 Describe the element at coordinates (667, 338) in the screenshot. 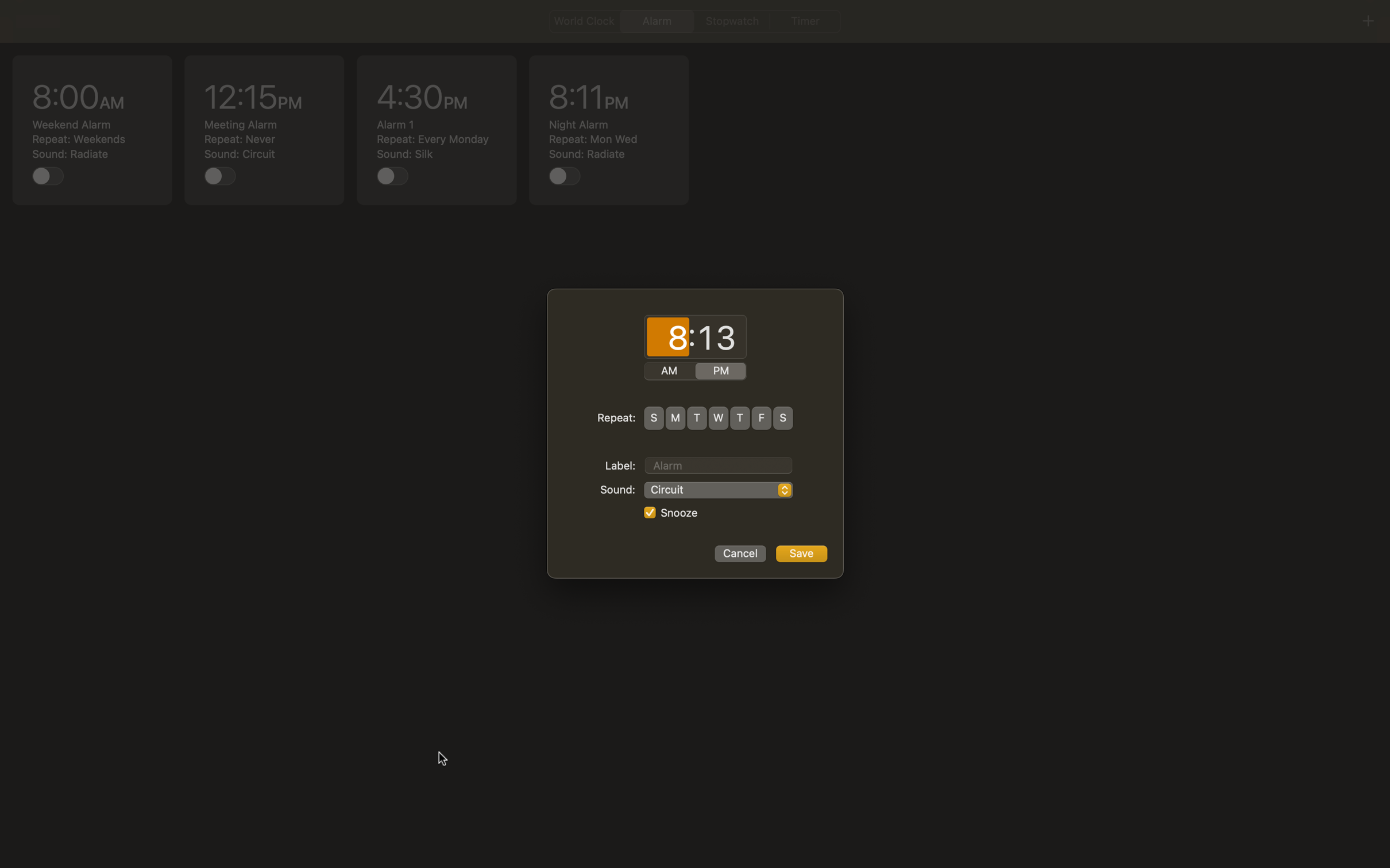

I see `Input "02" for hours and "00" for minutes` at that location.